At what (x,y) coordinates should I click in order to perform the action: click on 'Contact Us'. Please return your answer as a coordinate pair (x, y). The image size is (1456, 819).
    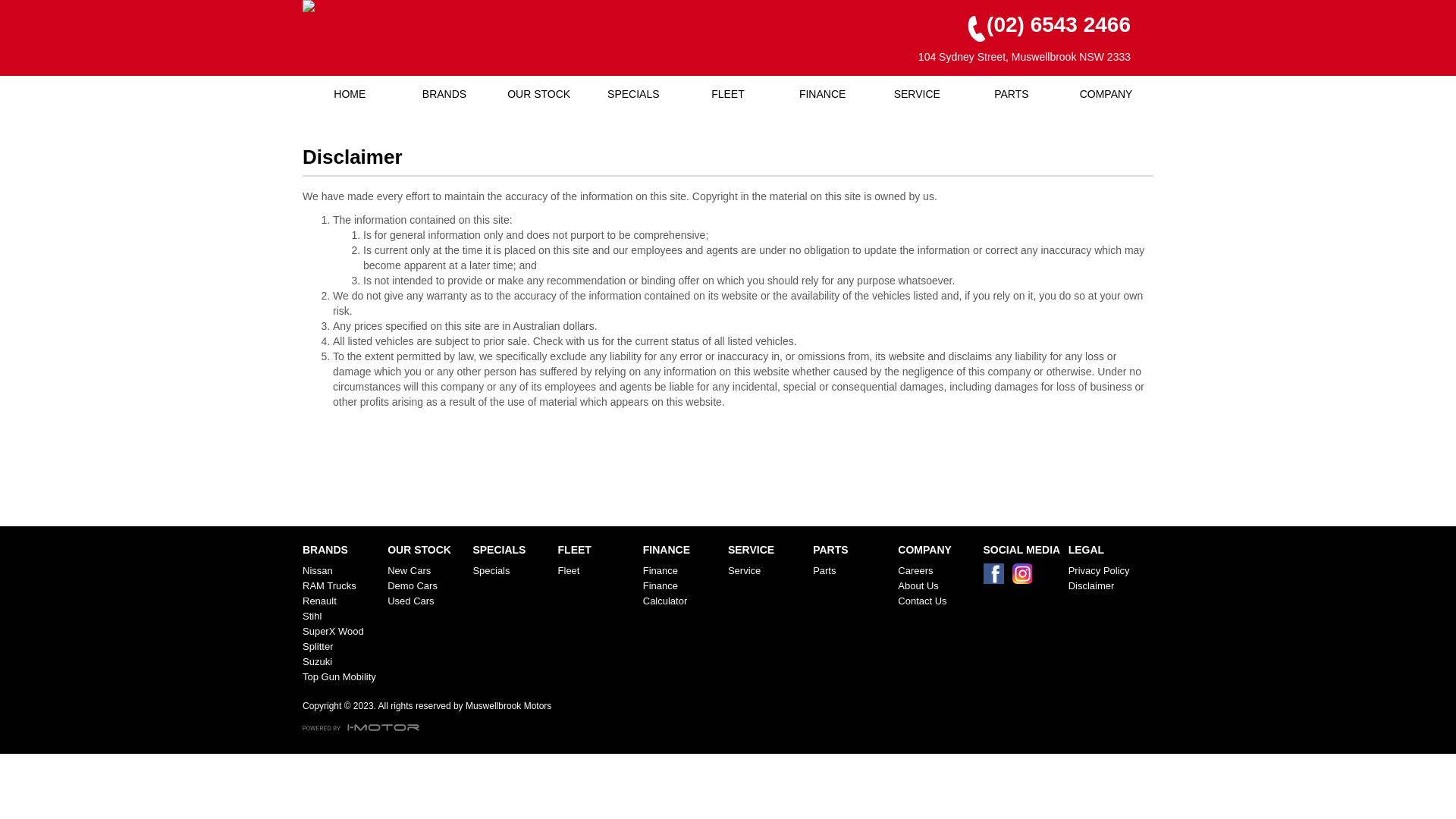
    Looking at the image, I should click on (937, 601).